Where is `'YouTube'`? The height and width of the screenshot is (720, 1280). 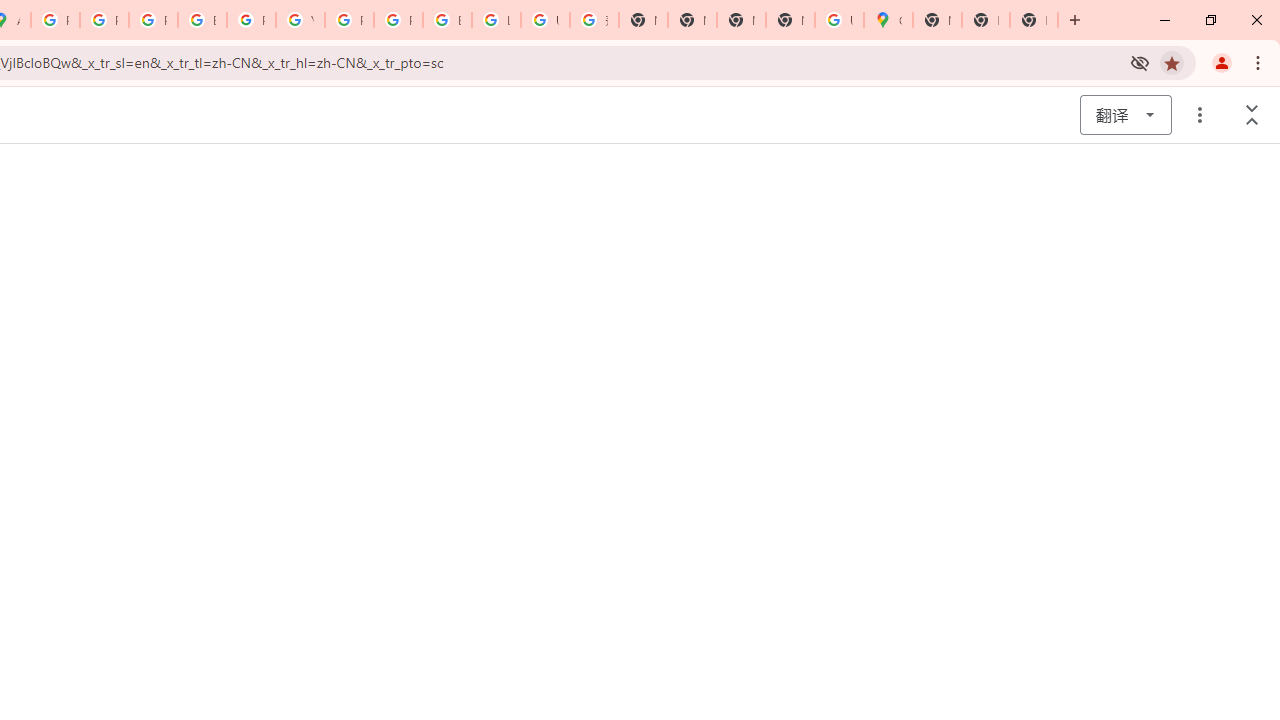 'YouTube' is located at coordinates (299, 20).